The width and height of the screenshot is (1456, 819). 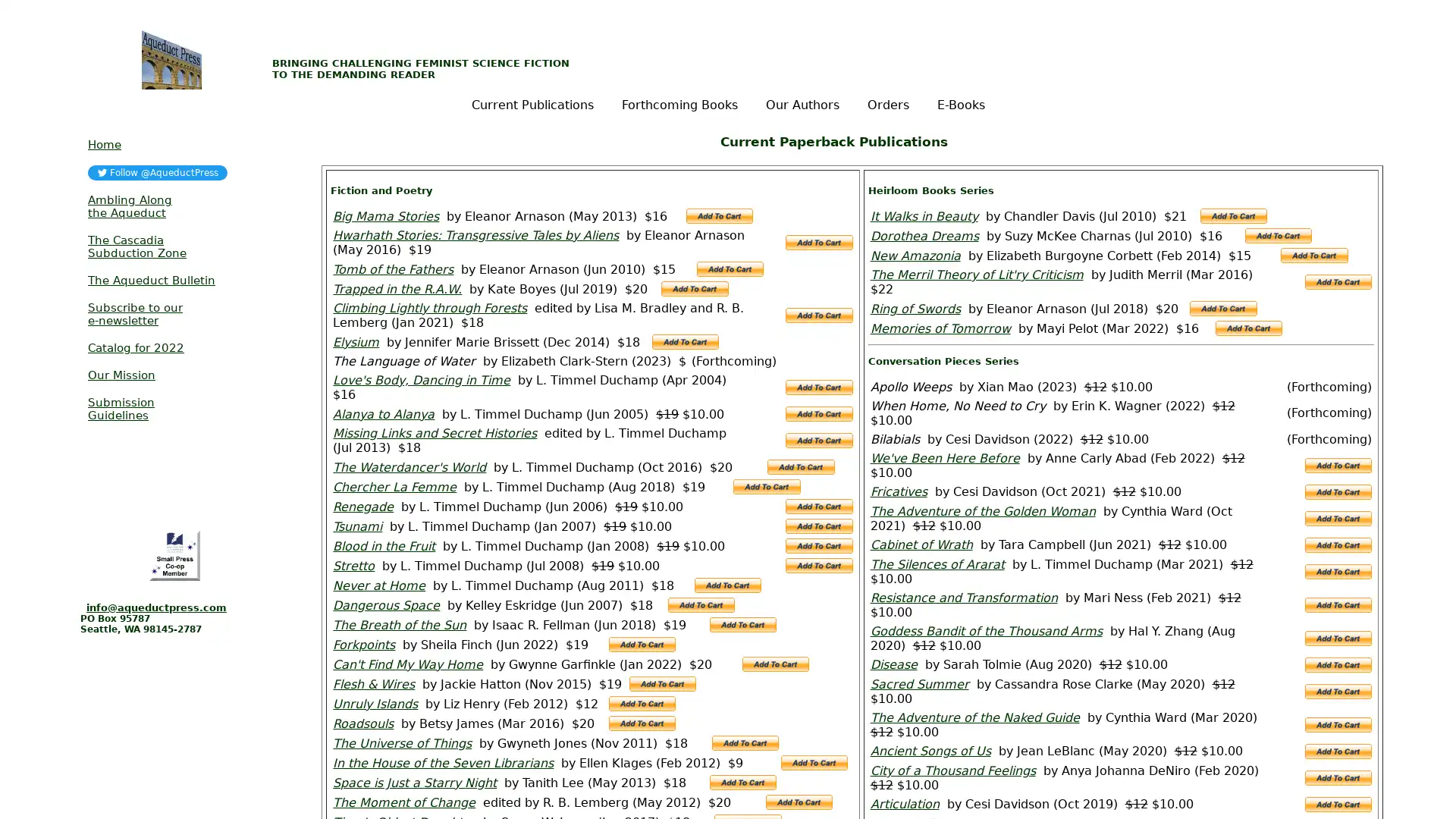 I want to click on Make payments with PayPal - it\'s fast, free and secure!, so click(x=1338, y=663).